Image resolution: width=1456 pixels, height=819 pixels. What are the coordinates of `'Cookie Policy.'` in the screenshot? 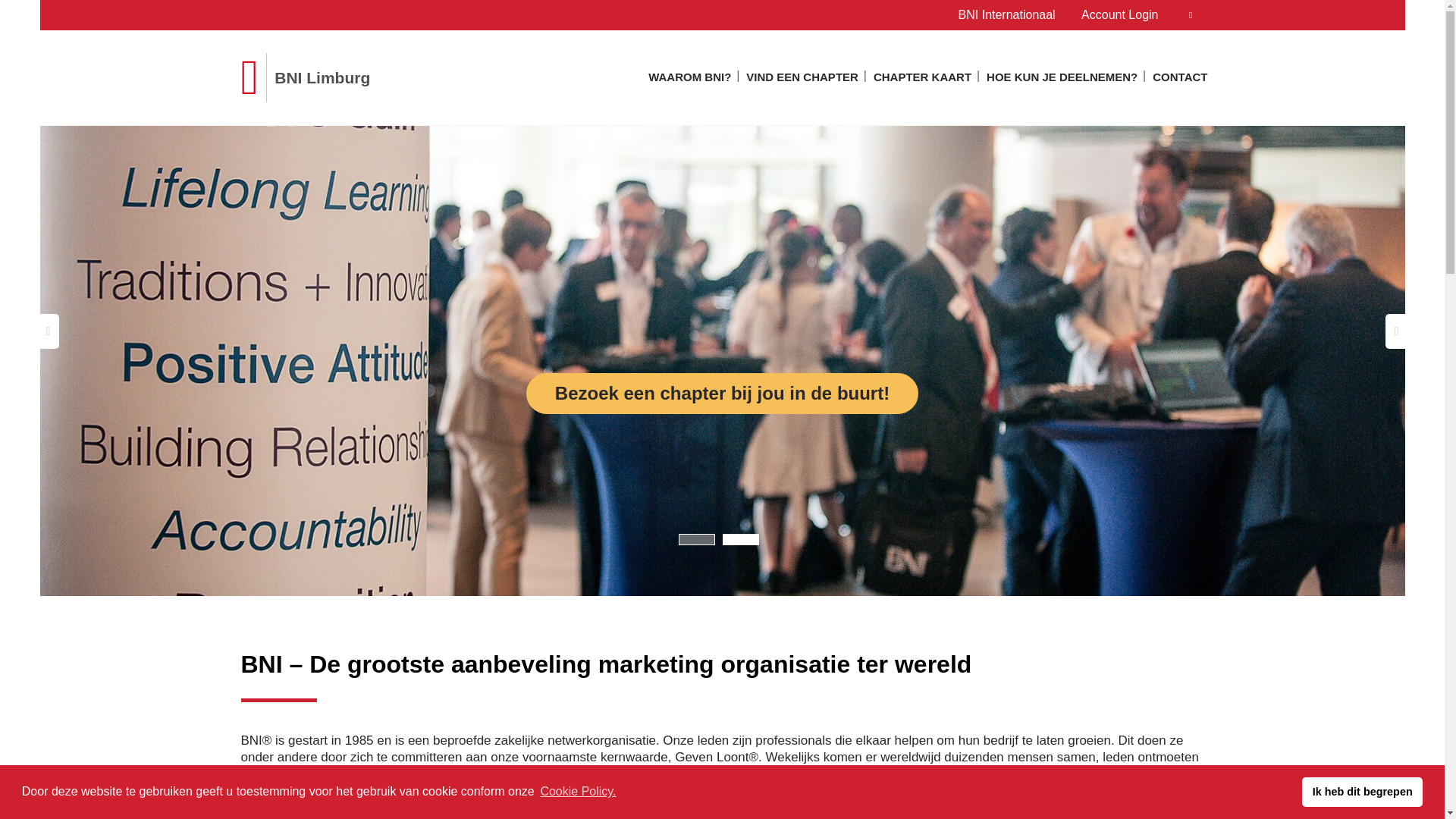 It's located at (538, 791).